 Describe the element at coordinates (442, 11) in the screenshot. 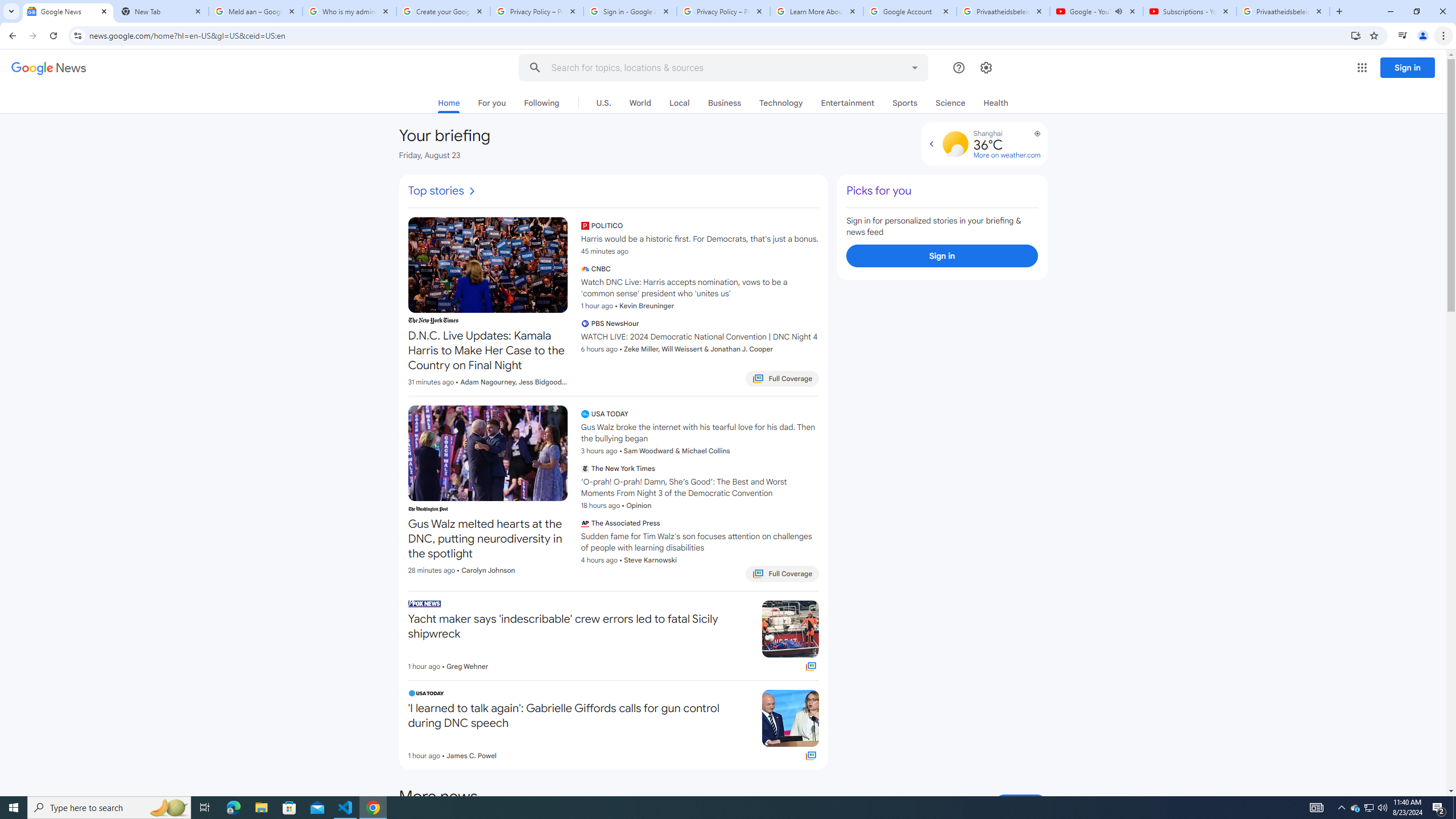

I see `'Create your Google Account'` at that location.